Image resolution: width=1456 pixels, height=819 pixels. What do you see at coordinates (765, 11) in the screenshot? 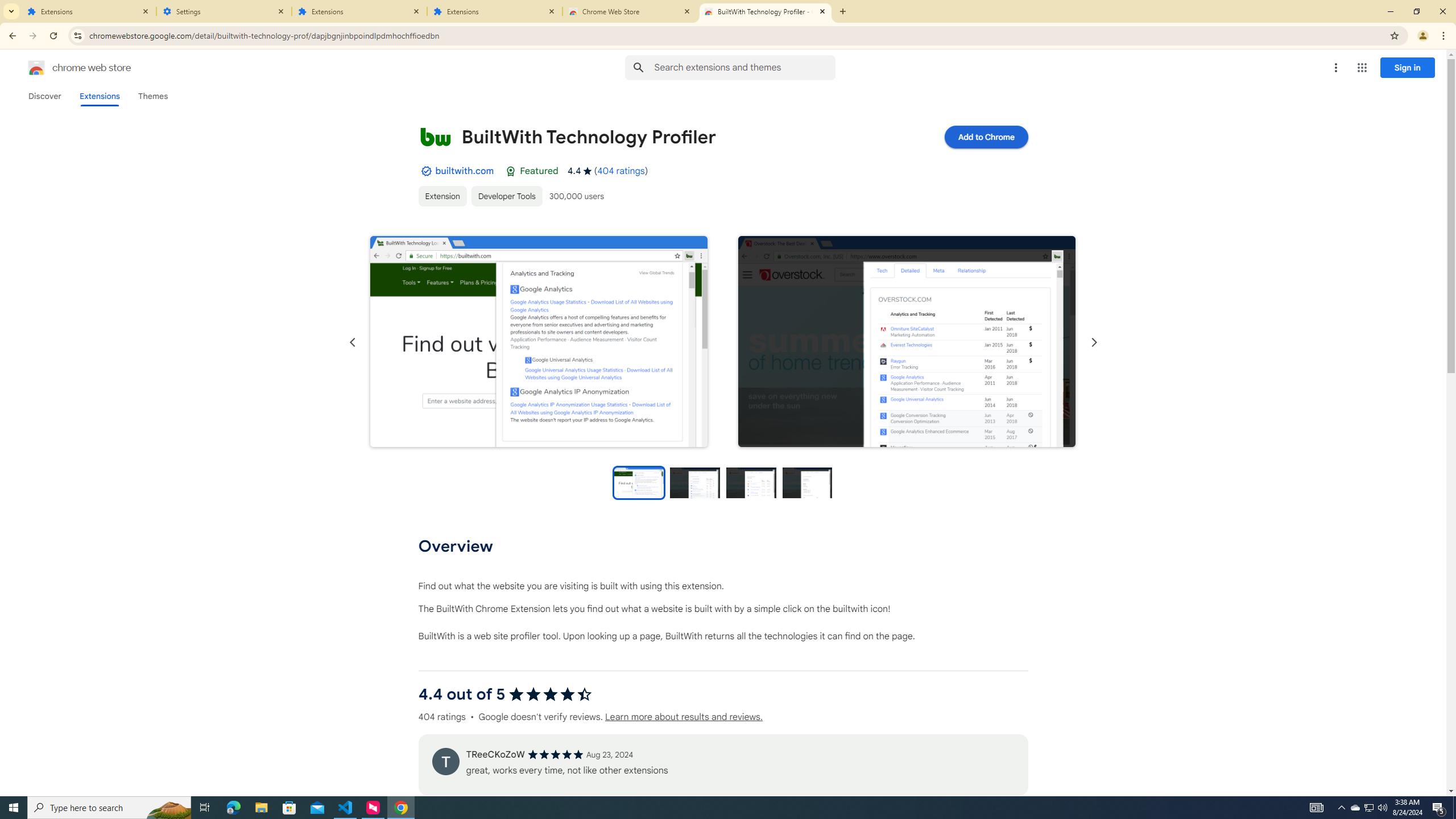
I see `'BuiltWith Technology Profiler - Chrome Web Store'` at bounding box center [765, 11].